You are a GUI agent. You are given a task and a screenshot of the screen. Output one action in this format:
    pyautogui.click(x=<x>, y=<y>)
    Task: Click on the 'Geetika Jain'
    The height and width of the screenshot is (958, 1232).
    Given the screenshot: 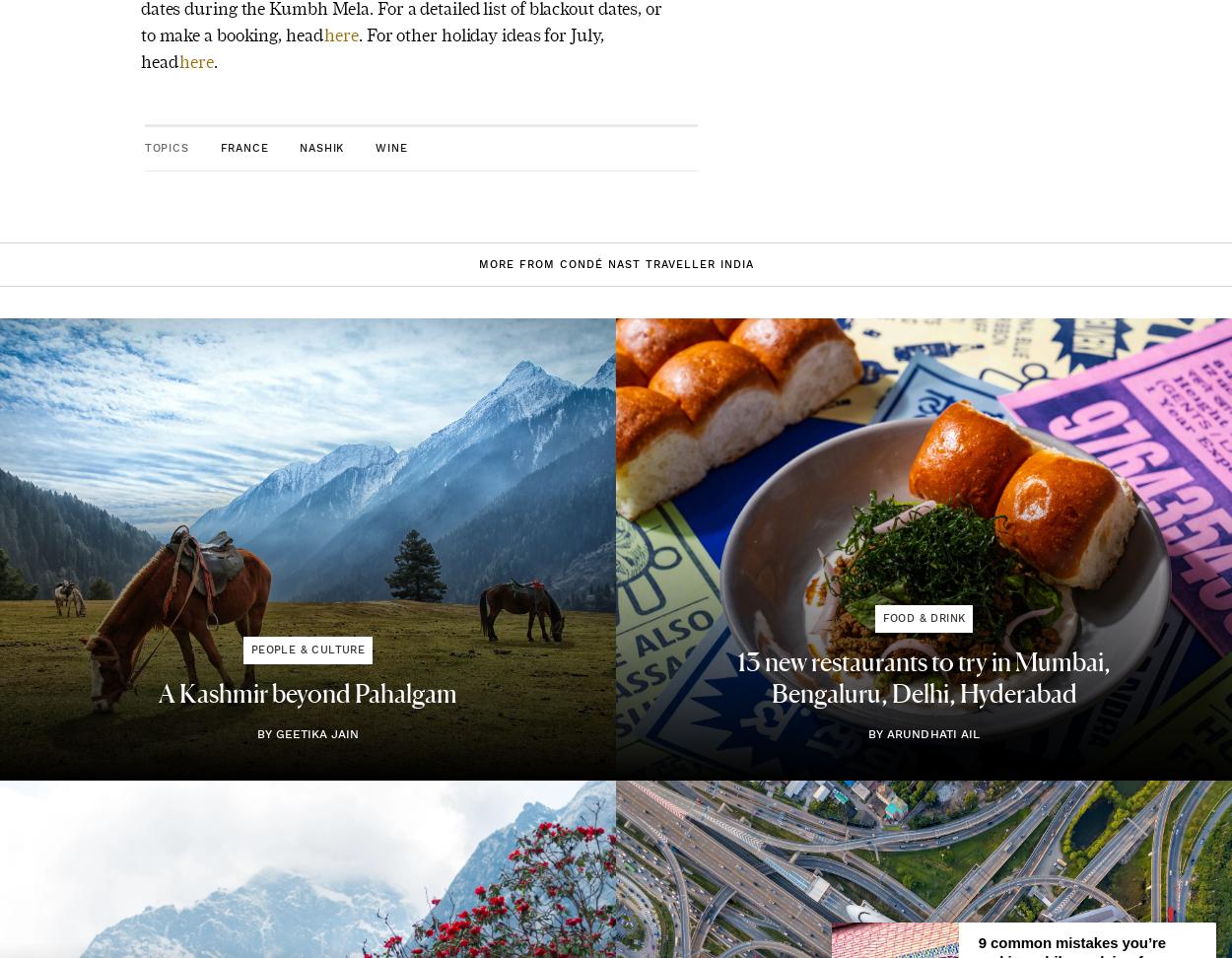 What is the action you would take?
    pyautogui.click(x=315, y=732)
    